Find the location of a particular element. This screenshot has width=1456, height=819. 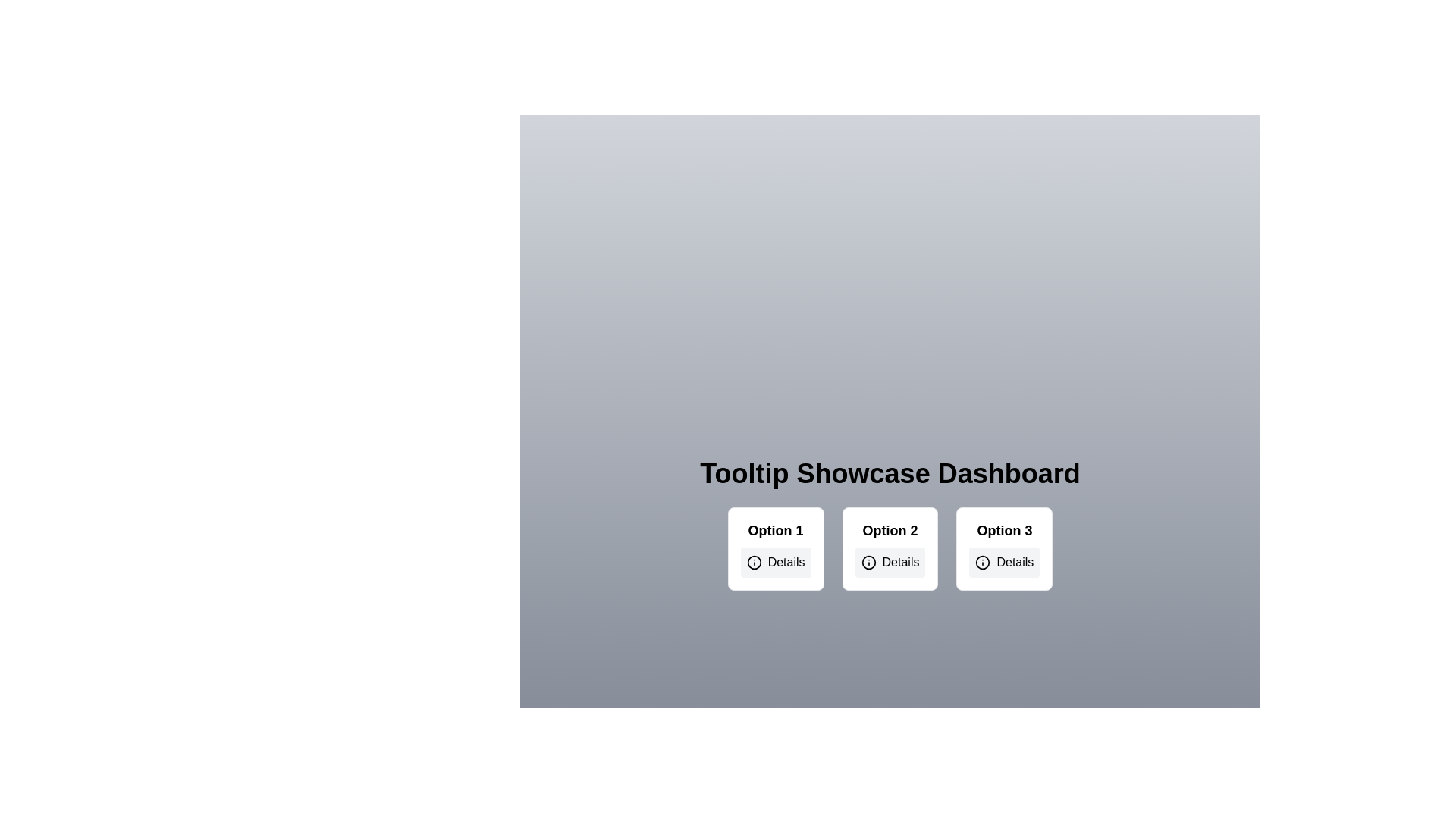

the button located at the bottom section of the card labeled 'Option 3', which provides additional details about 'Option 3' is located at coordinates (1004, 562).